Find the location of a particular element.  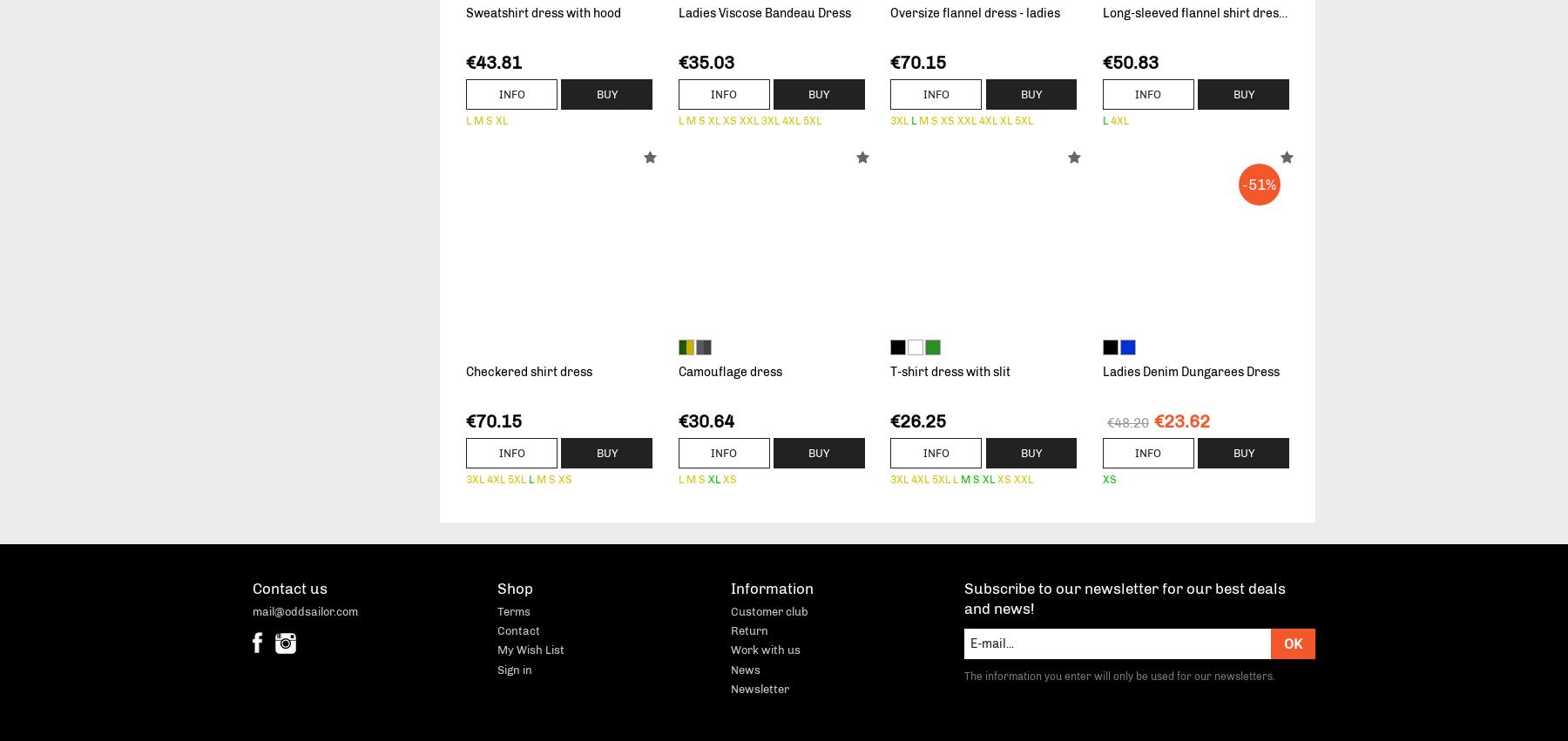

'Camouflage dress' is located at coordinates (729, 371).